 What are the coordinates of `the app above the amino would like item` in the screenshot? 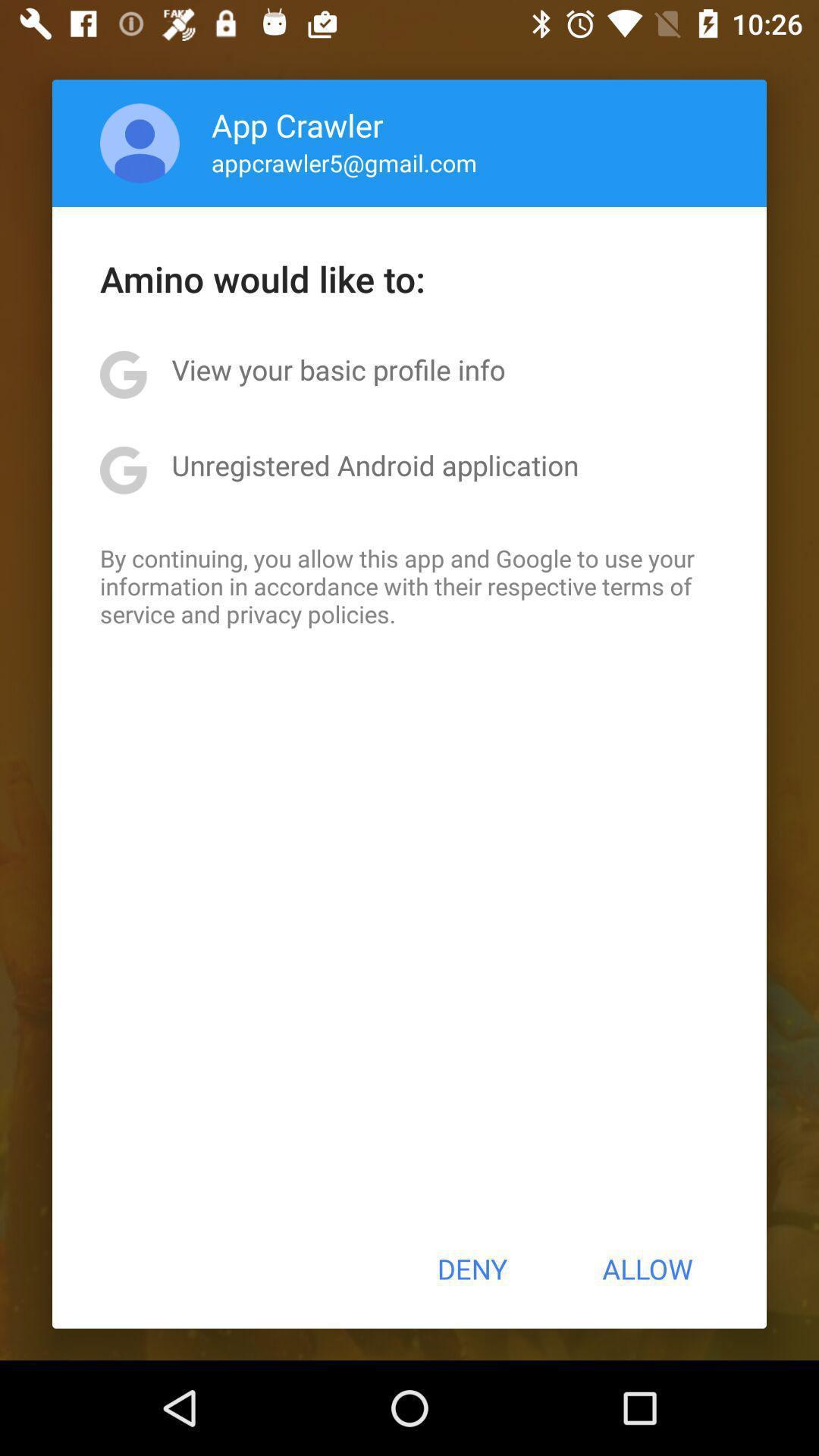 It's located at (344, 162).